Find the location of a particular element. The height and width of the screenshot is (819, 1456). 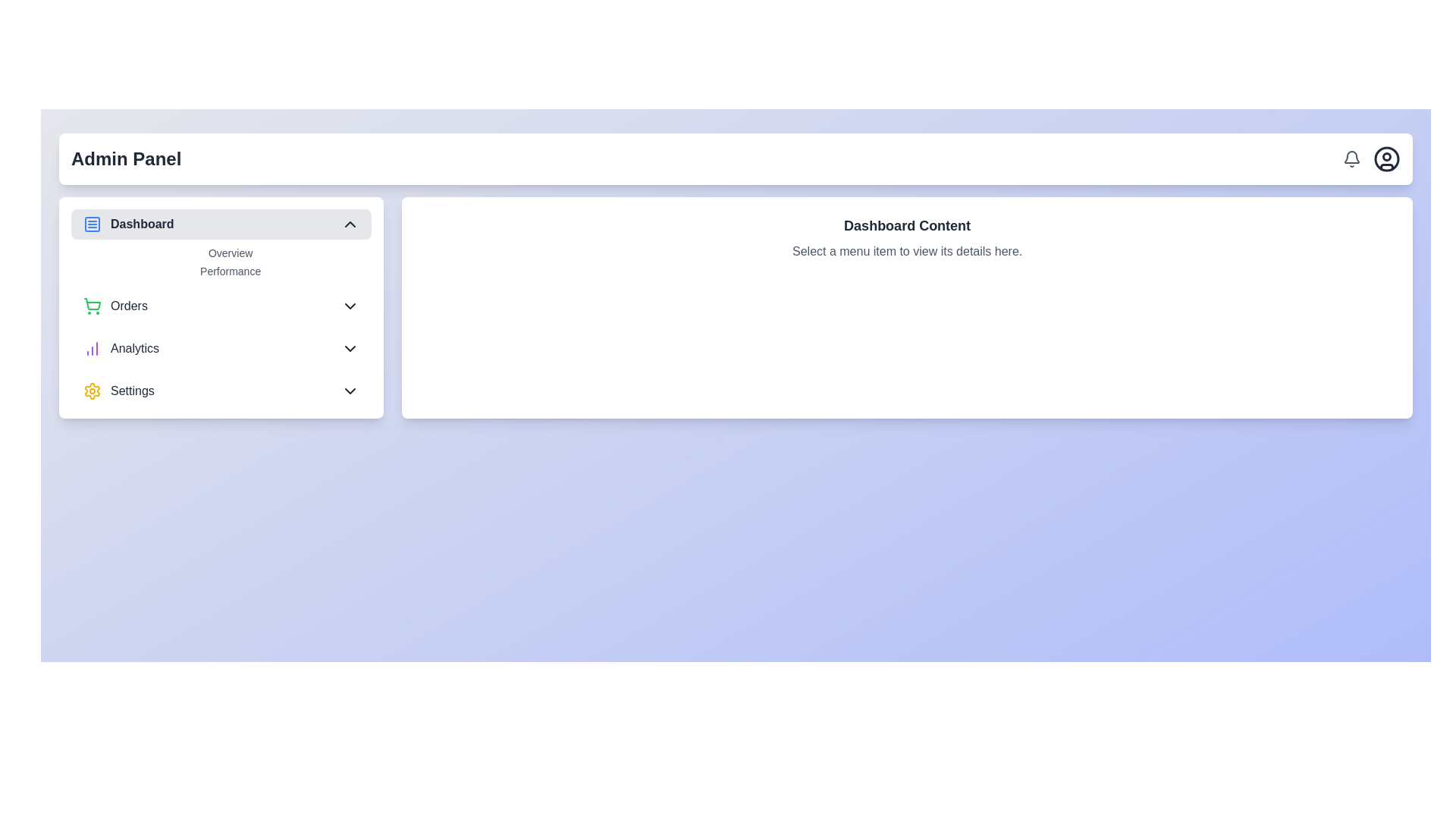

the Decorative SVG component representing a menu, located near the top-left corner of the dashboard panel, close to the text 'Dashboard.' is located at coordinates (91, 224).